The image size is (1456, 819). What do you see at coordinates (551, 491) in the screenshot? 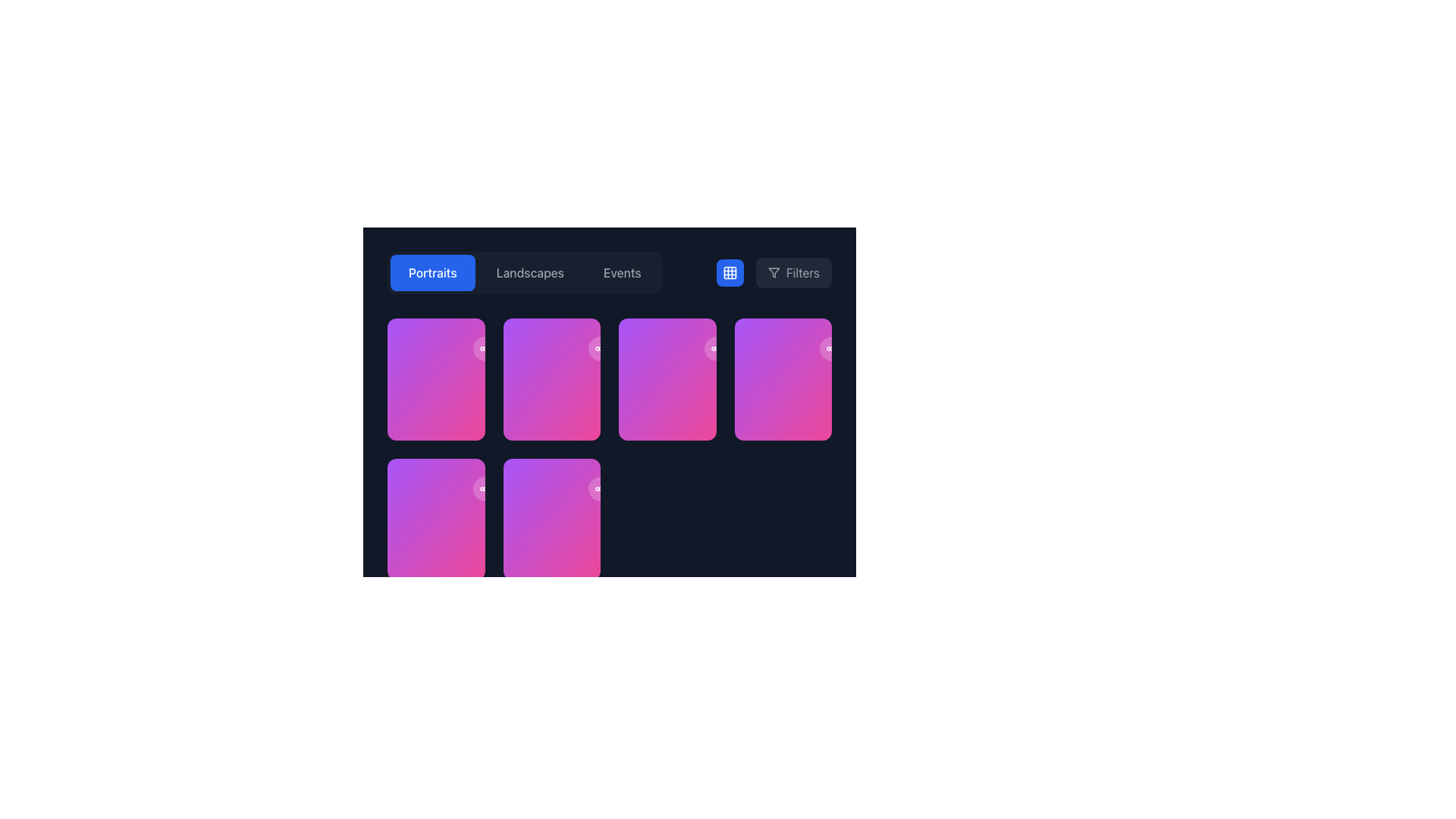
I see `the 'Natural Light' card located at the bottom-middle of the interface` at bounding box center [551, 491].